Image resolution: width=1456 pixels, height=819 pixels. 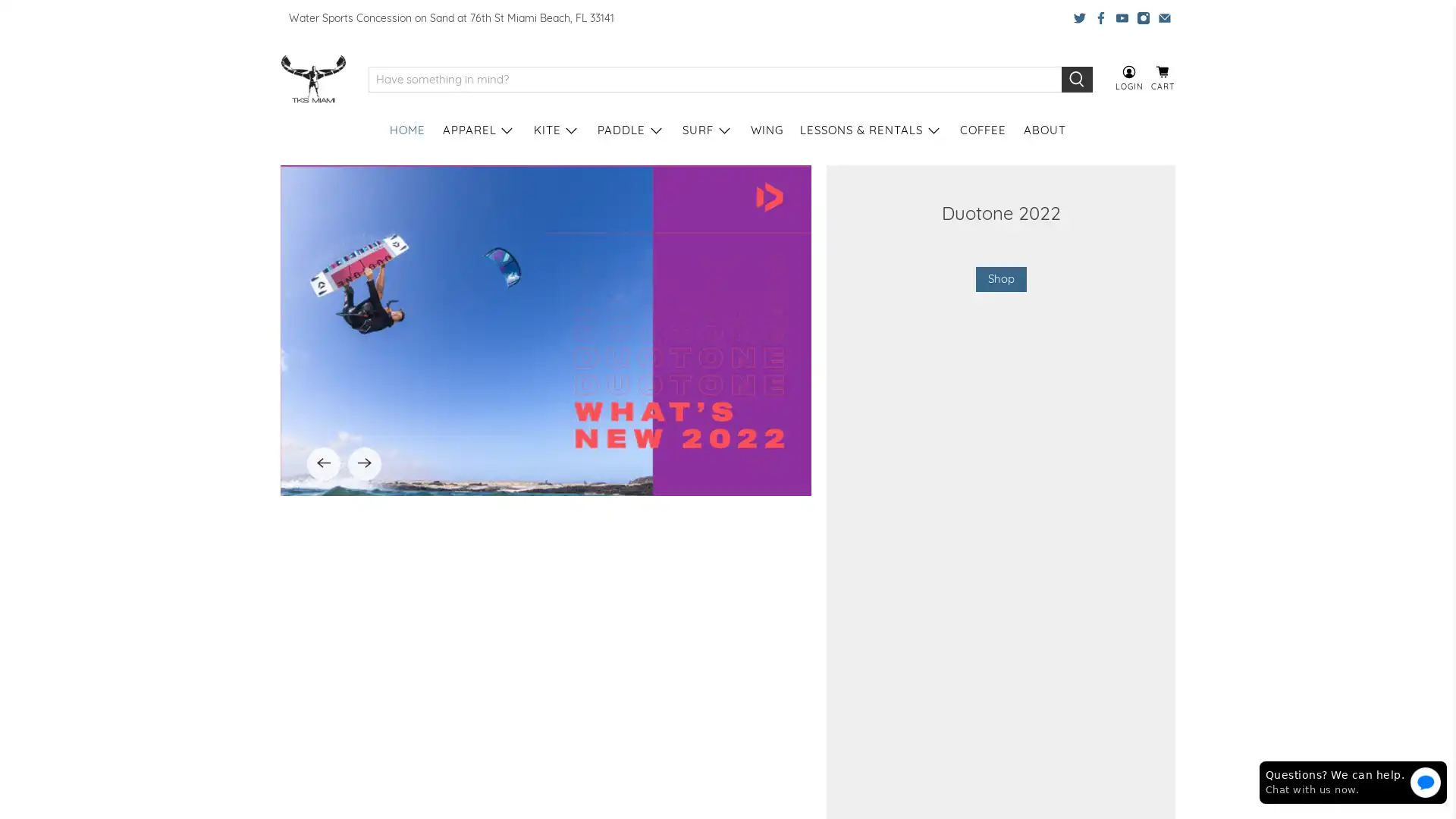 I want to click on Next, so click(x=364, y=663).